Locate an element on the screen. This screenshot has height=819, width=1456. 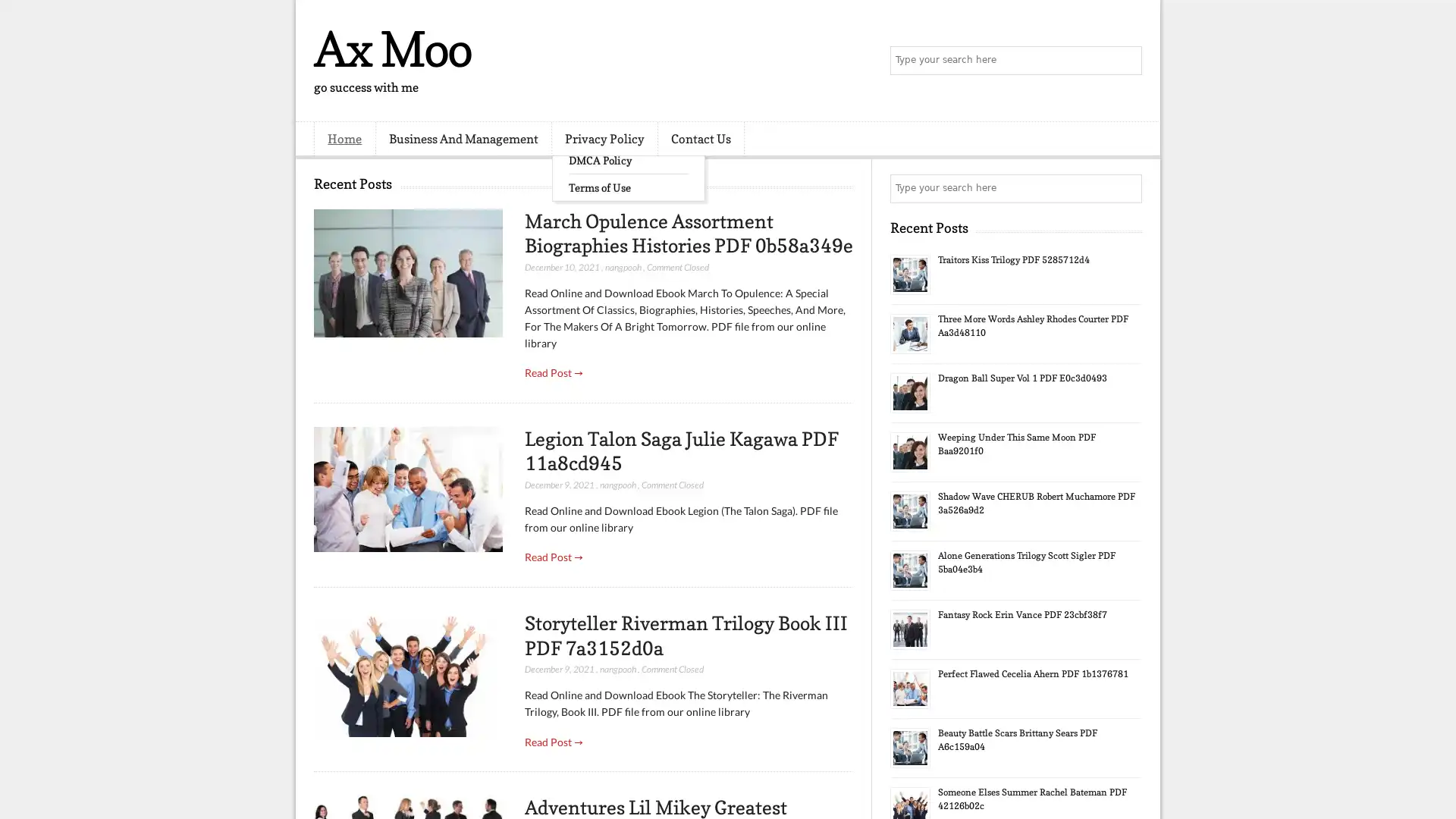
Search is located at coordinates (1126, 61).